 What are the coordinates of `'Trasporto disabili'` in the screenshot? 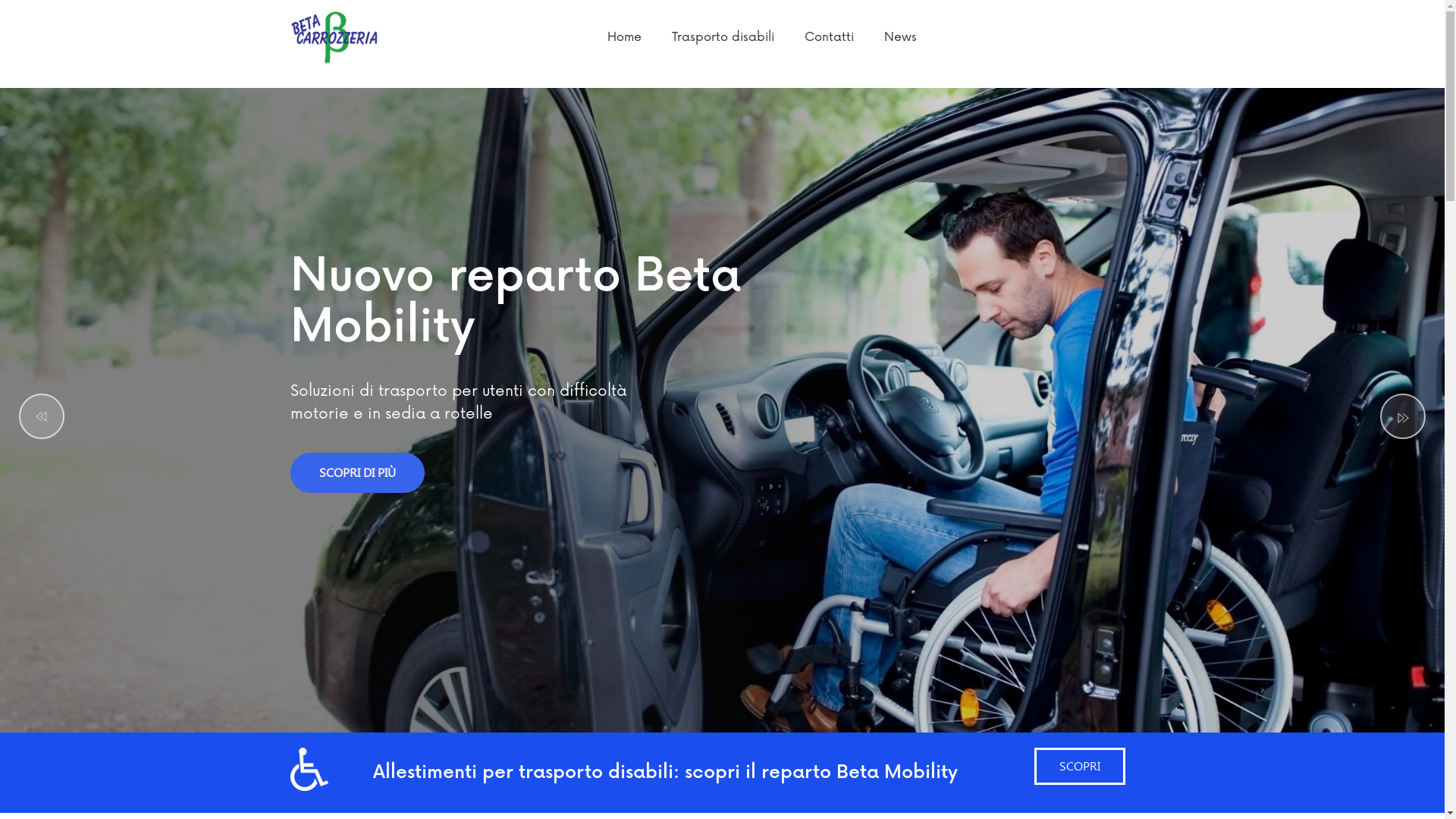 It's located at (656, 36).